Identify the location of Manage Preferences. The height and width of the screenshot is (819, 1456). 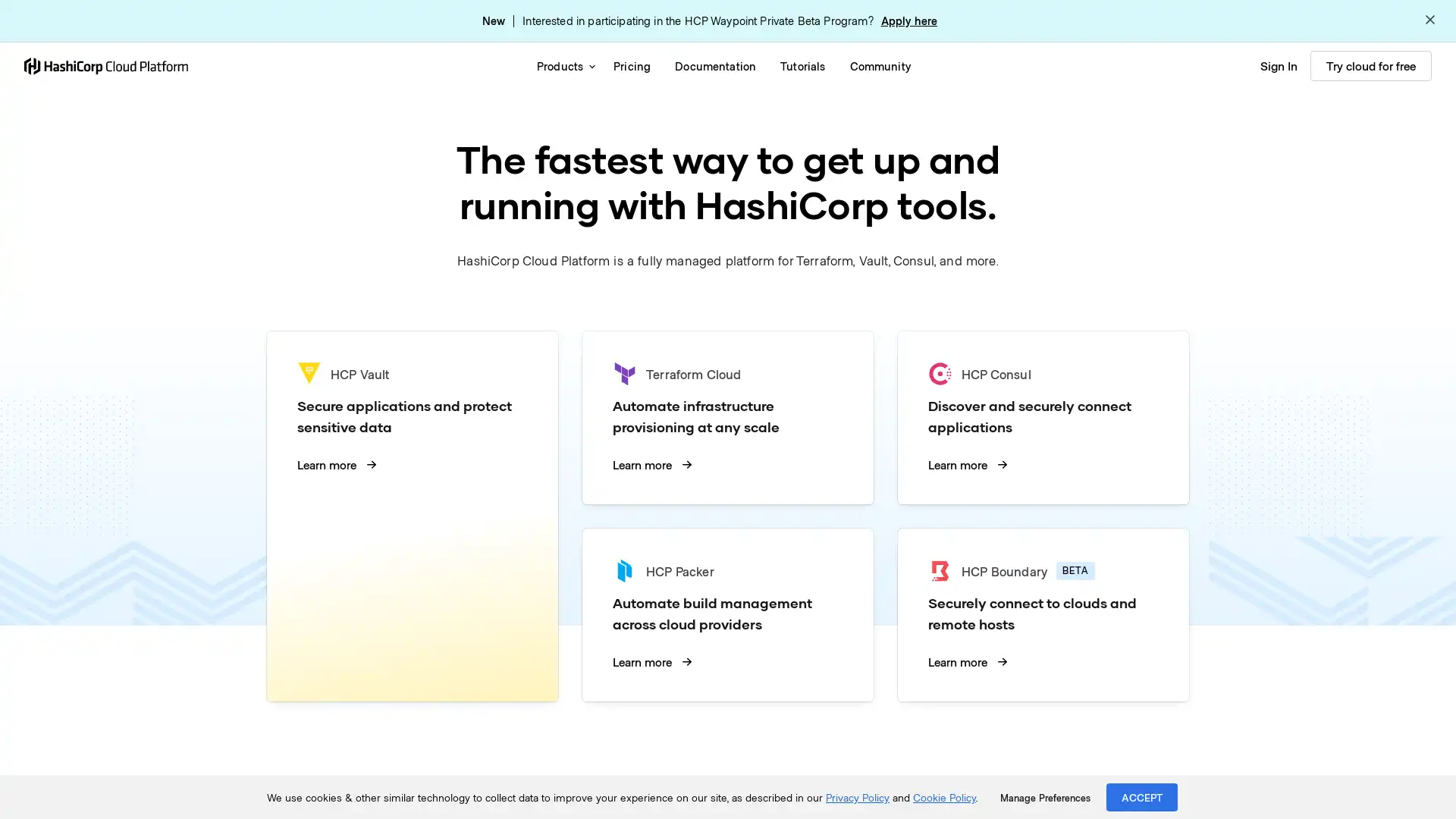
(1044, 797).